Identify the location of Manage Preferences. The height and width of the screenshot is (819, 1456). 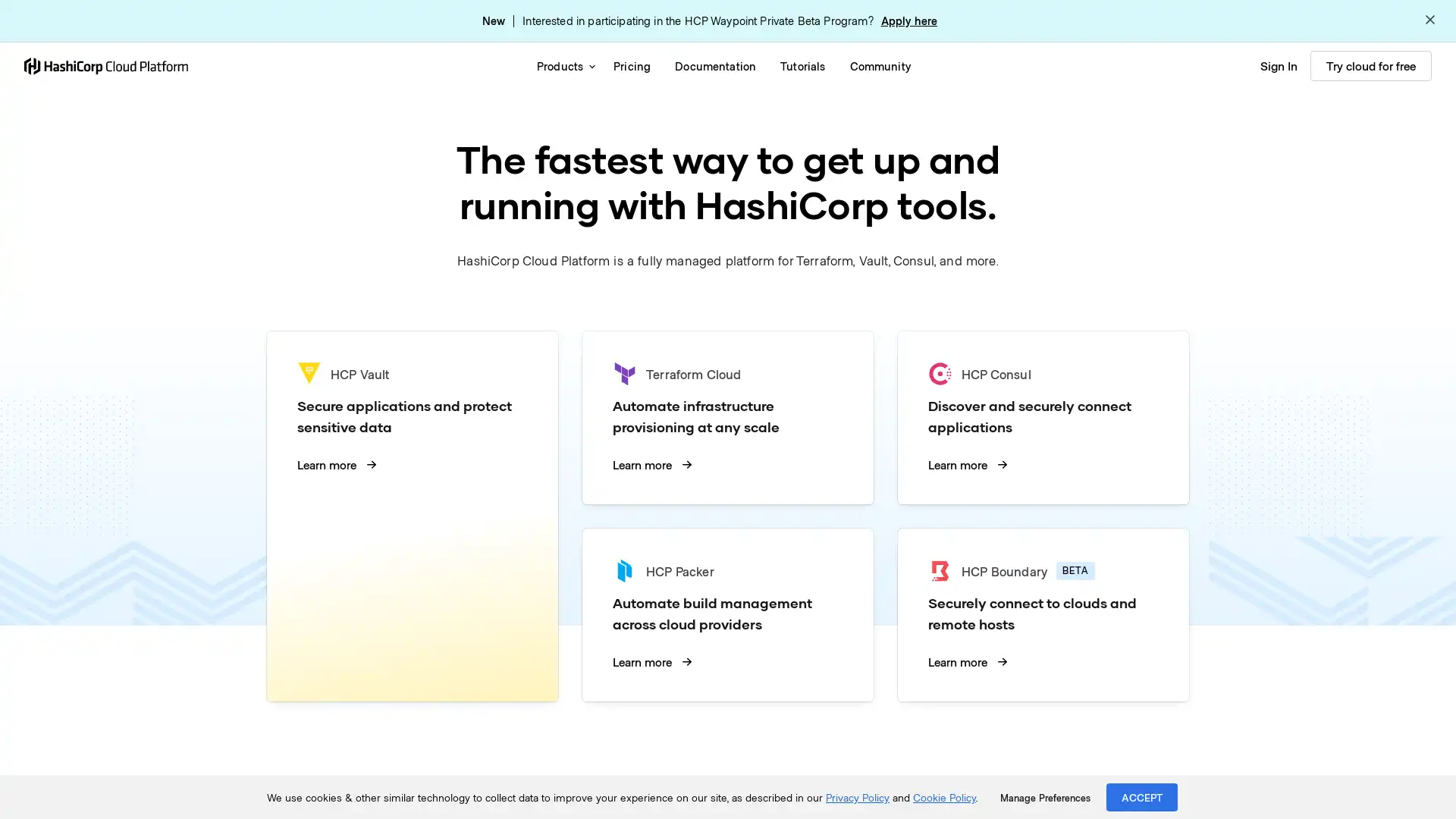
(1044, 797).